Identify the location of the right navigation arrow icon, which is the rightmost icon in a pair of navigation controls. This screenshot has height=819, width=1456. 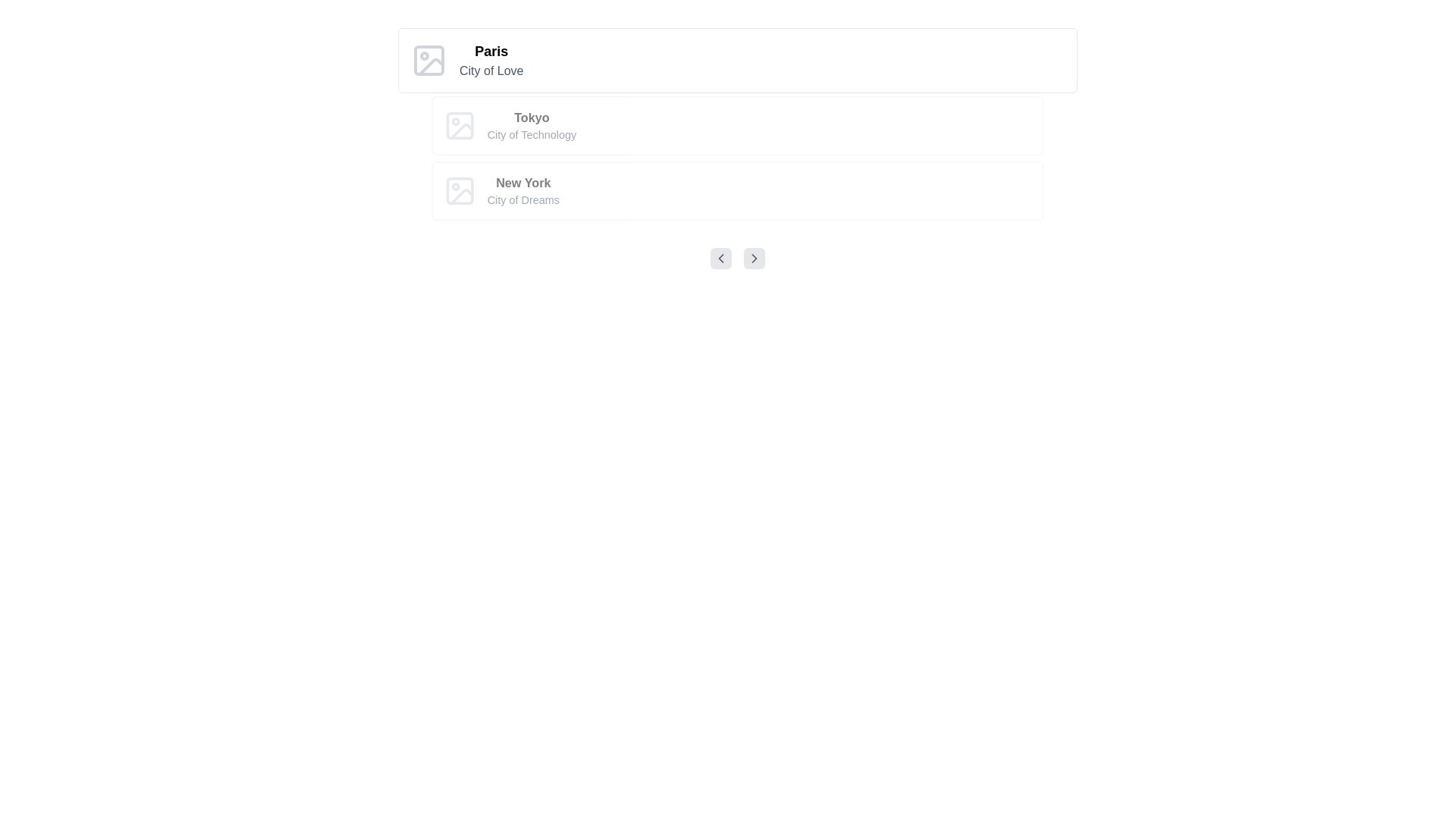
(754, 257).